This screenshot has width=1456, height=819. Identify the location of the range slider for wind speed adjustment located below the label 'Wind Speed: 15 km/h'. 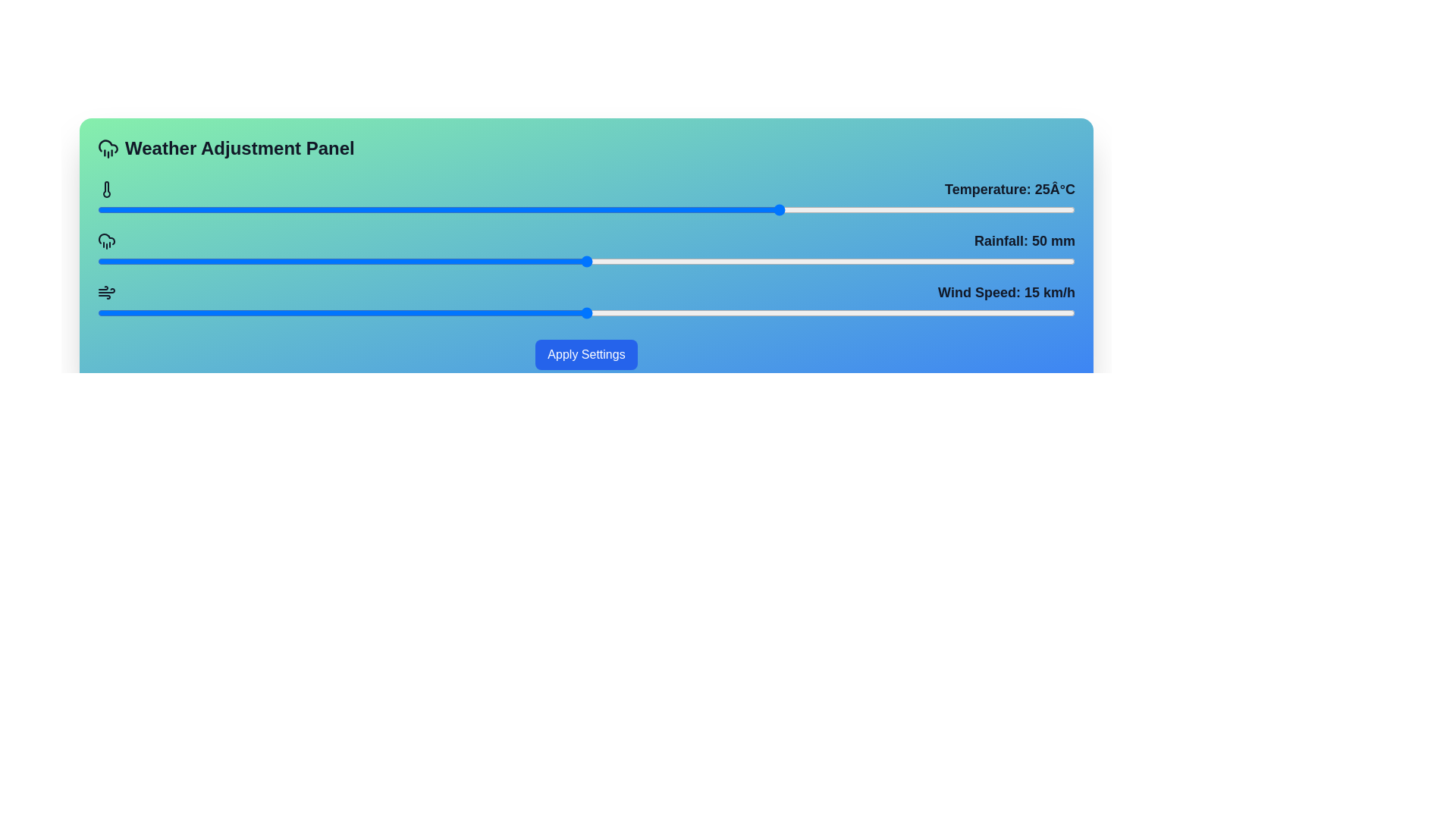
(585, 312).